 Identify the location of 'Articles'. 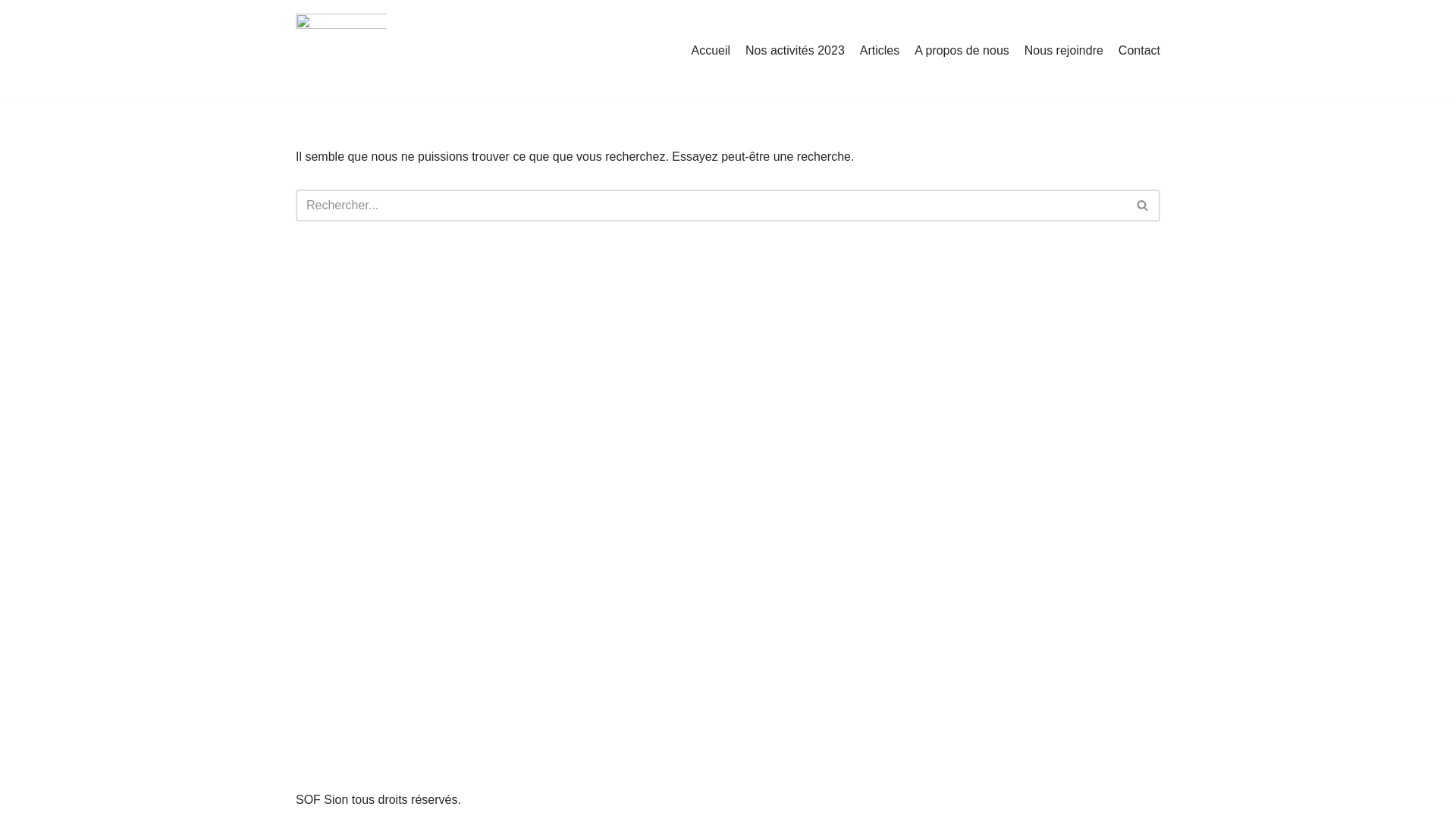
(880, 49).